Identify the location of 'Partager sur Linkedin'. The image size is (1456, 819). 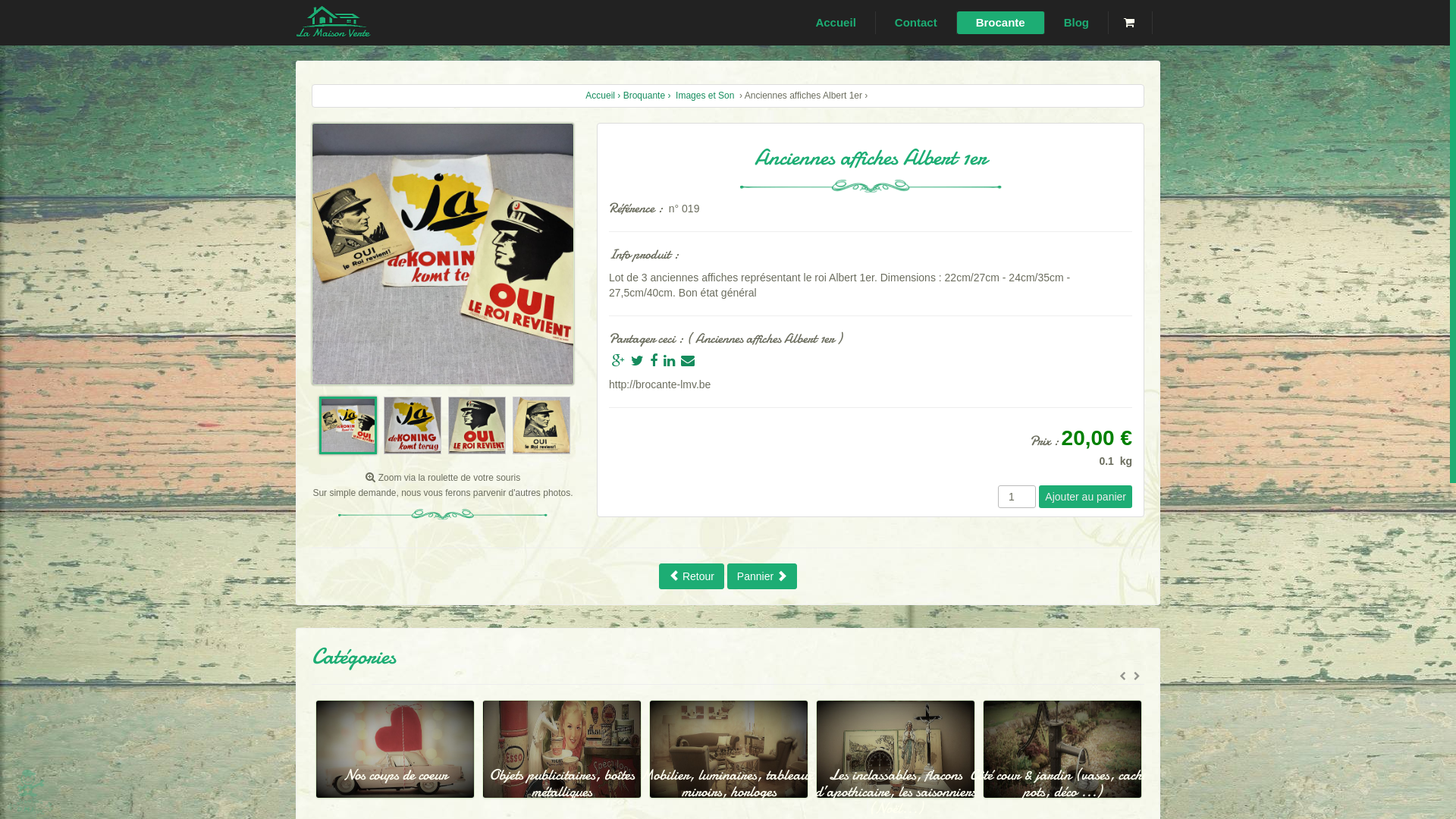
(668, 361).